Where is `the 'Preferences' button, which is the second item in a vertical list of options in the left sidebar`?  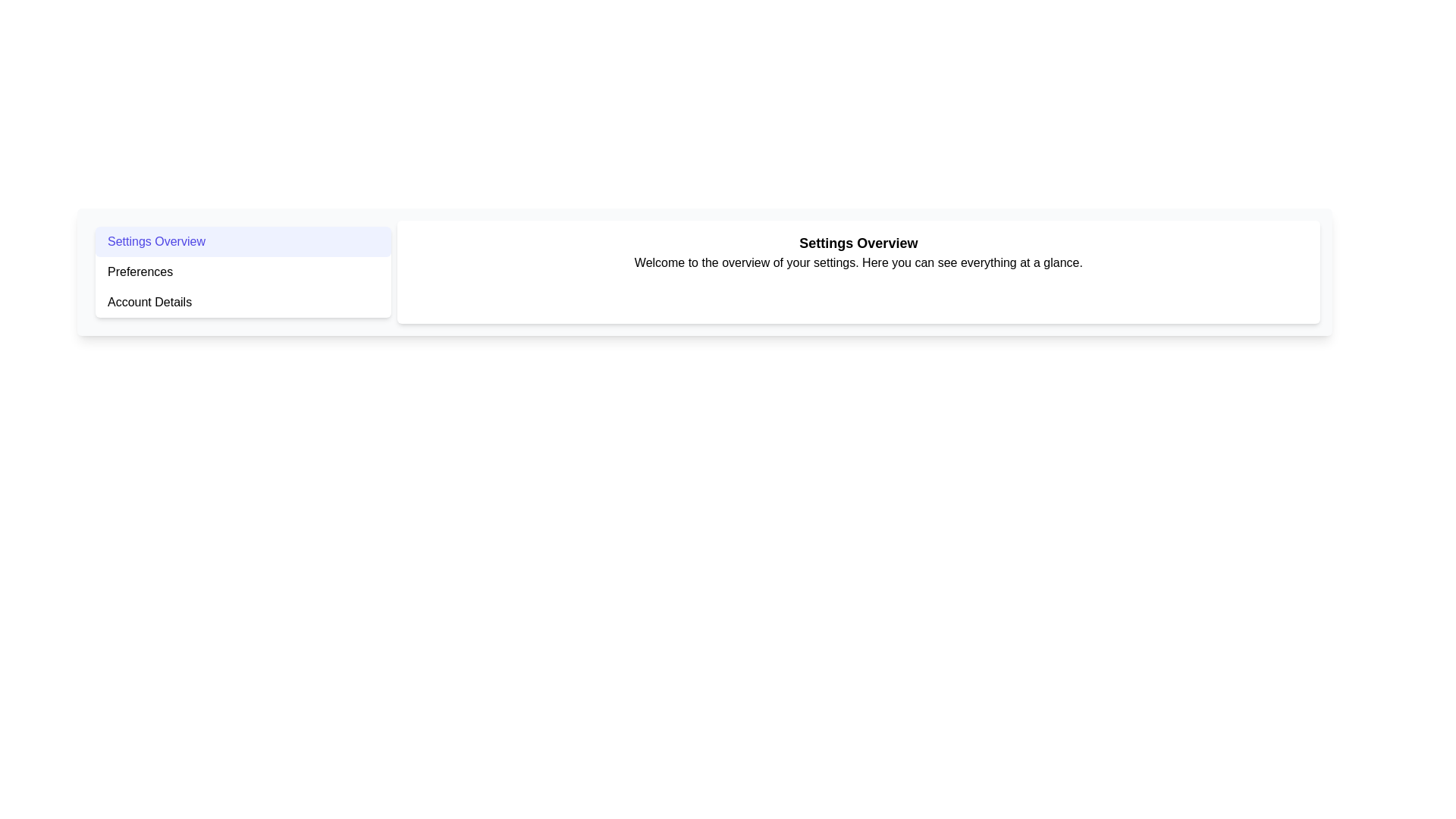
the 'Preferences' button, which is the second item in a vertical list of options in the left sidebar is located at coordinates (243, 271).